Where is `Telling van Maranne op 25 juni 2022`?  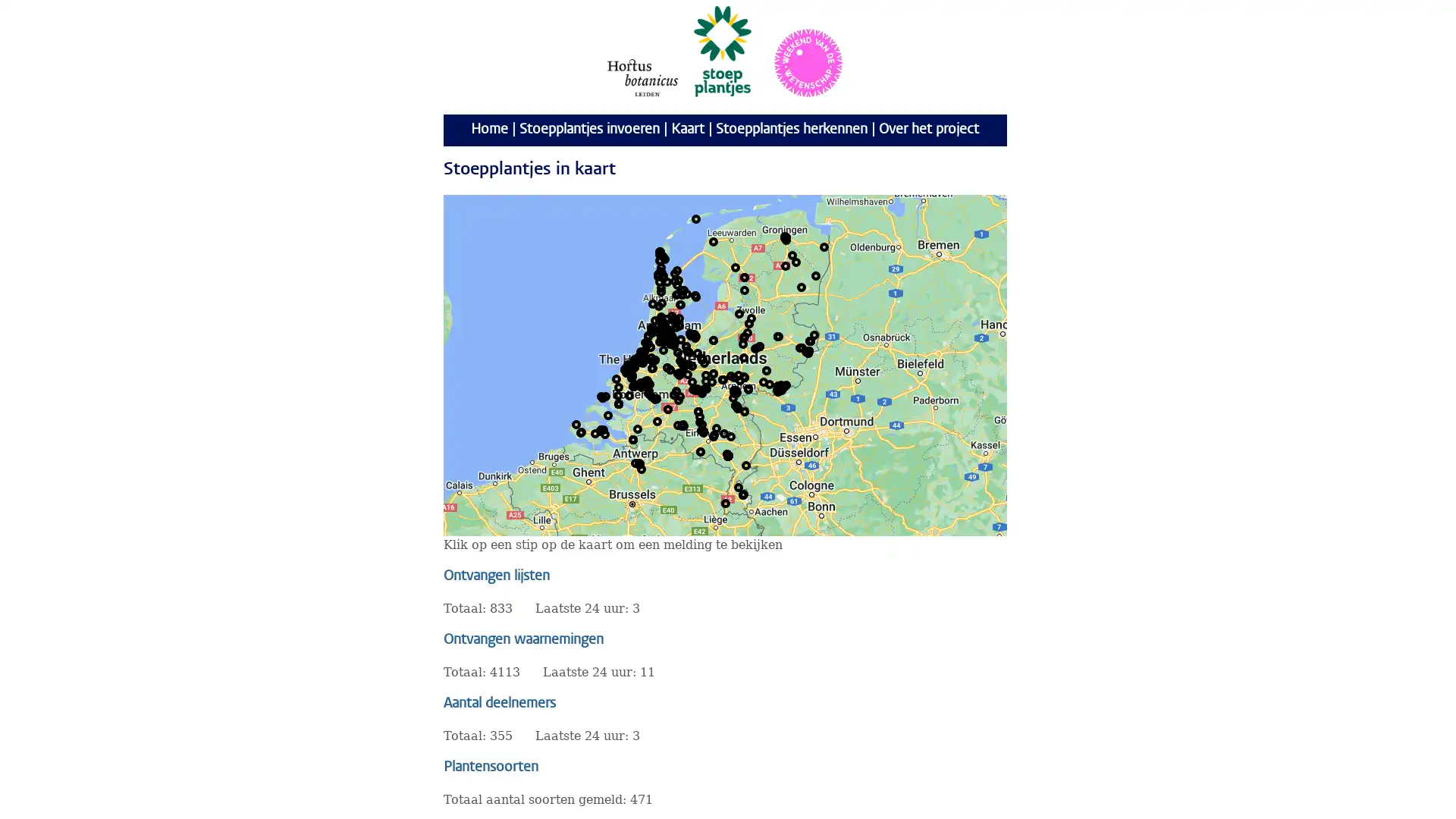 Telling van Maranne op 25 juni 2022 is located at coordinates (745, 376).